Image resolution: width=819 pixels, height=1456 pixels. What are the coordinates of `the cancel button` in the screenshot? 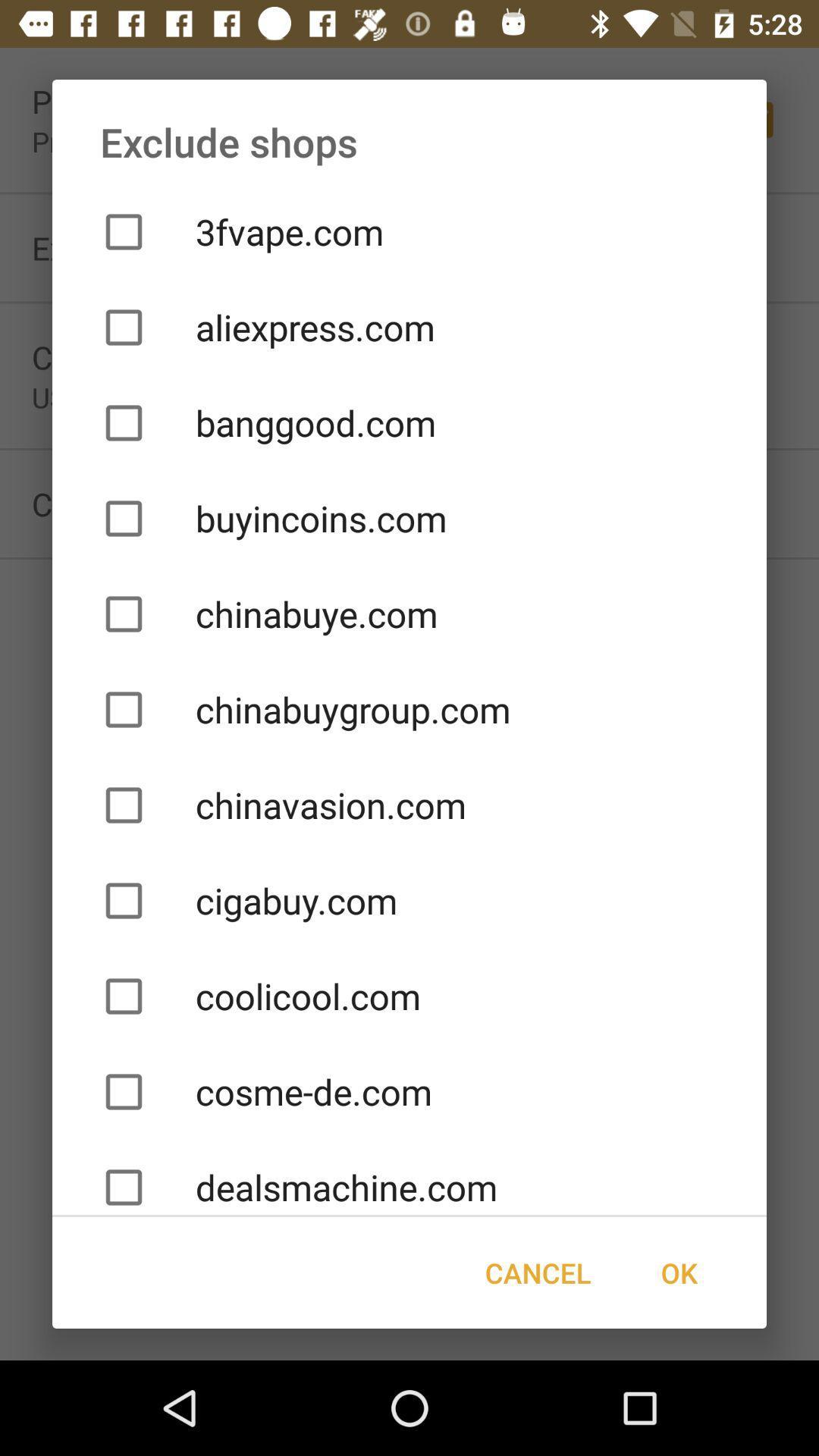 It's located at (537, 1272).